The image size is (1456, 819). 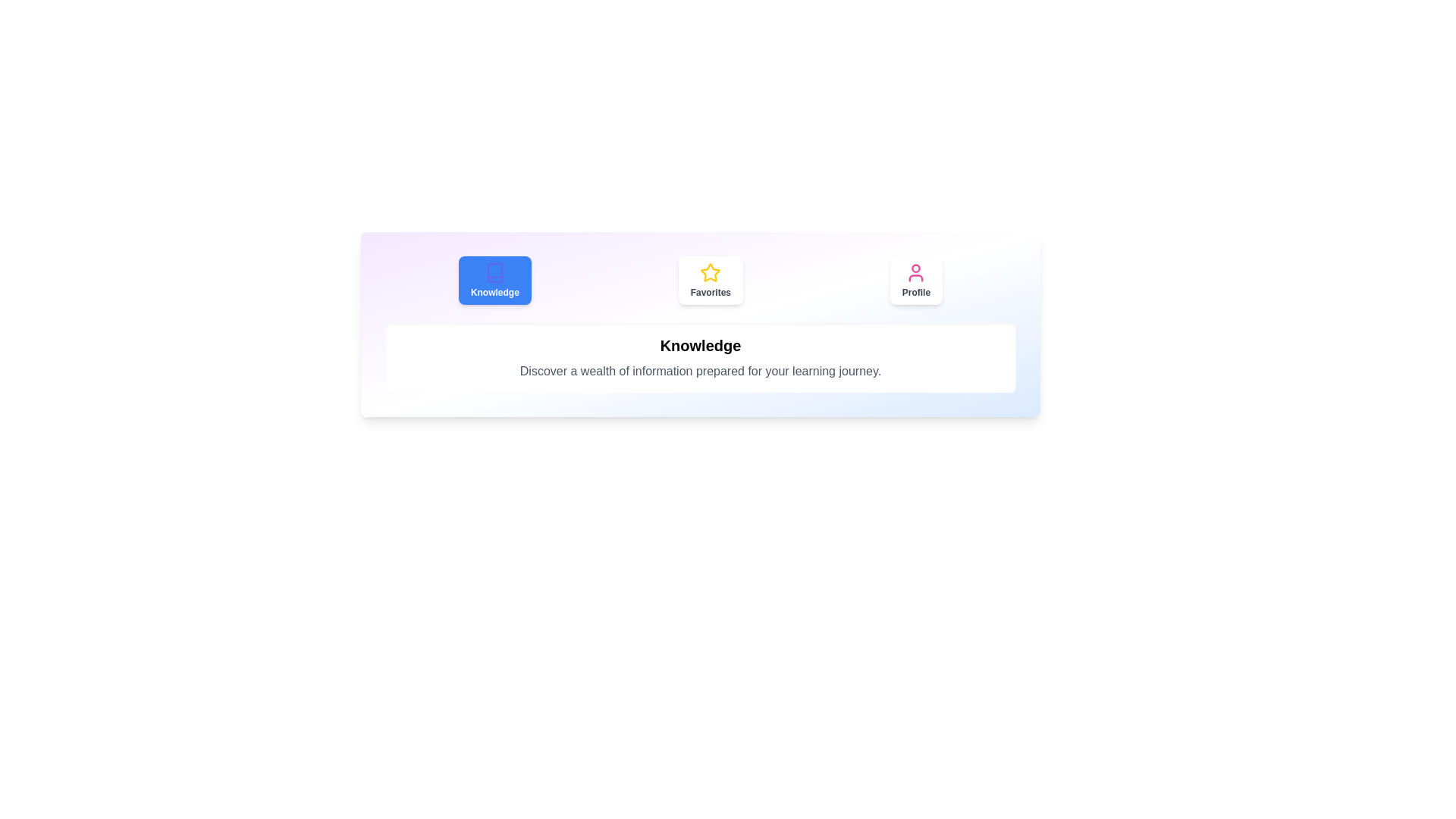 What do you see at coordinates (710, 281) in the screenshot?
I see `the tab corresponding to Favorites to activate it` at bounding box center [710, 281].